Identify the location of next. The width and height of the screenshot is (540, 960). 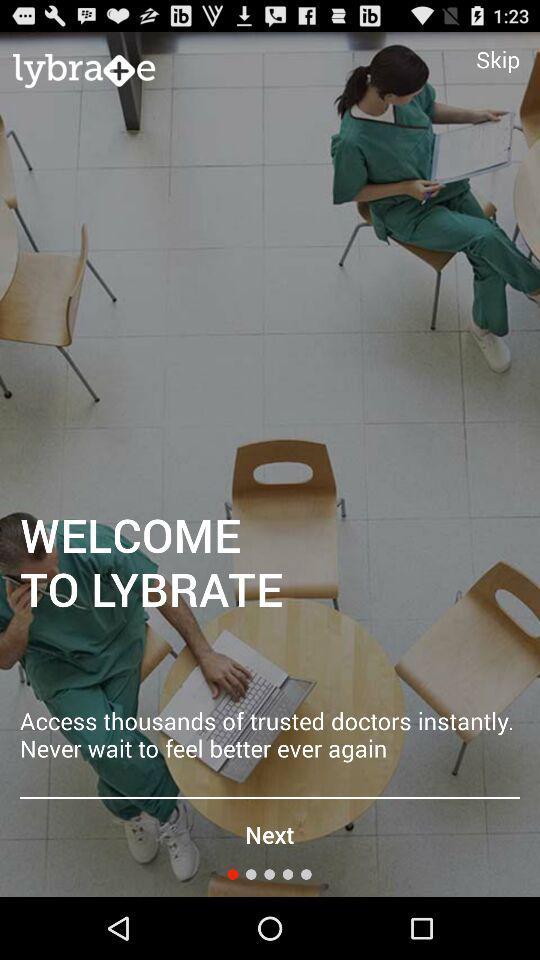
(269, 834).